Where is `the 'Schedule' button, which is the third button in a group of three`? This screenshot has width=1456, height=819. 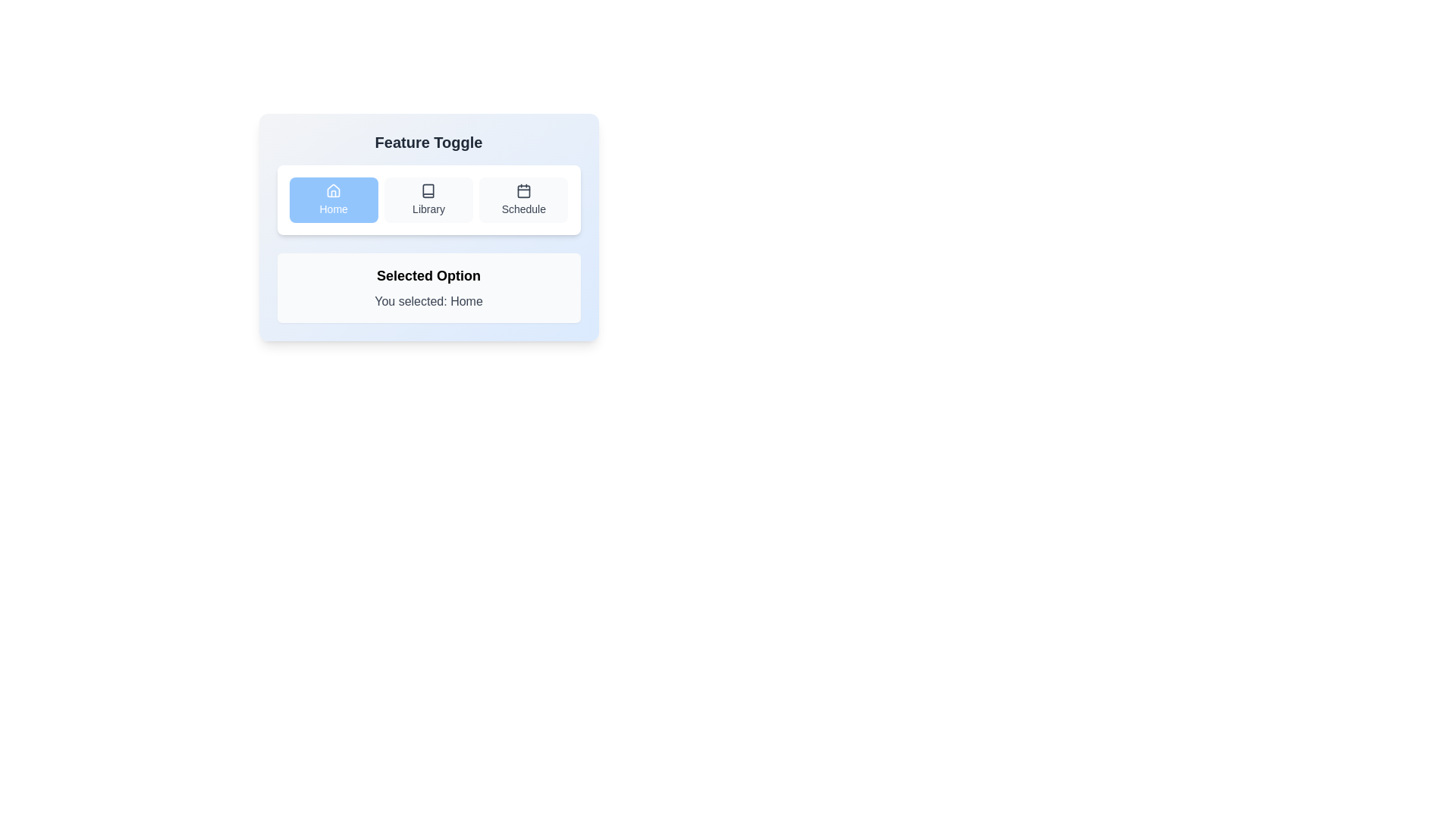 the 'Schedule' button, which is the third button in a group of three is located at coordinates (523, 199).